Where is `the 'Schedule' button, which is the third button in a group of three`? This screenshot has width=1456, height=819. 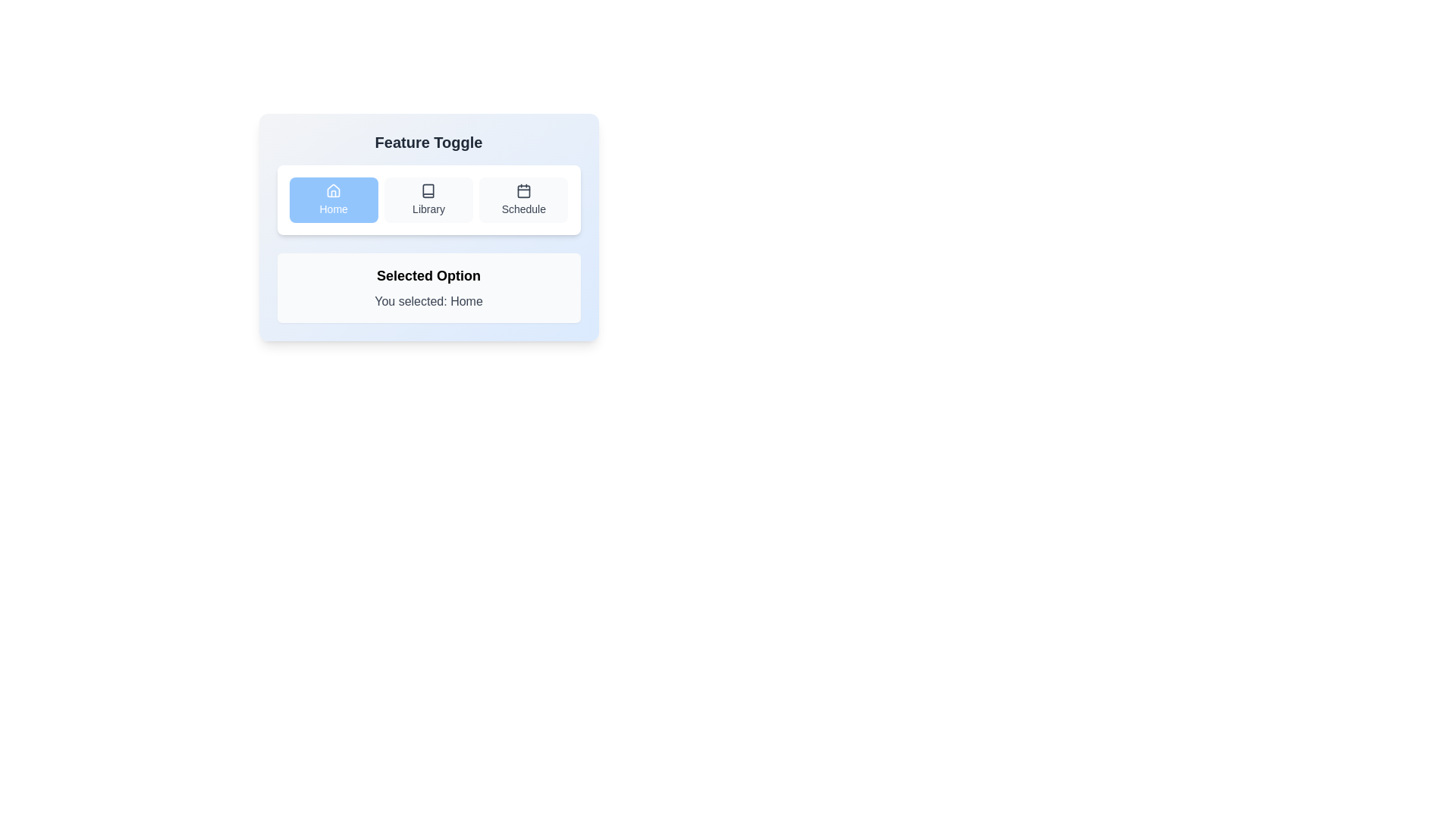 the 'Schedule' button, which is the third button in a group of three is located at coordinates (523, 199).